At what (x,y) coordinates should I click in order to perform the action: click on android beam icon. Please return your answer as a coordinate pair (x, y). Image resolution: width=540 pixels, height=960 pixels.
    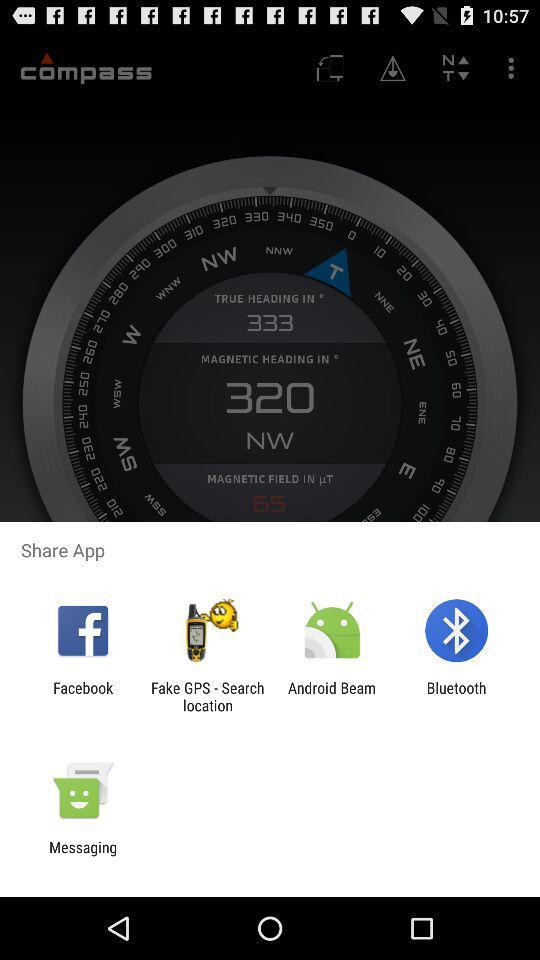
    Looking at the image, I should click on (332, 696).